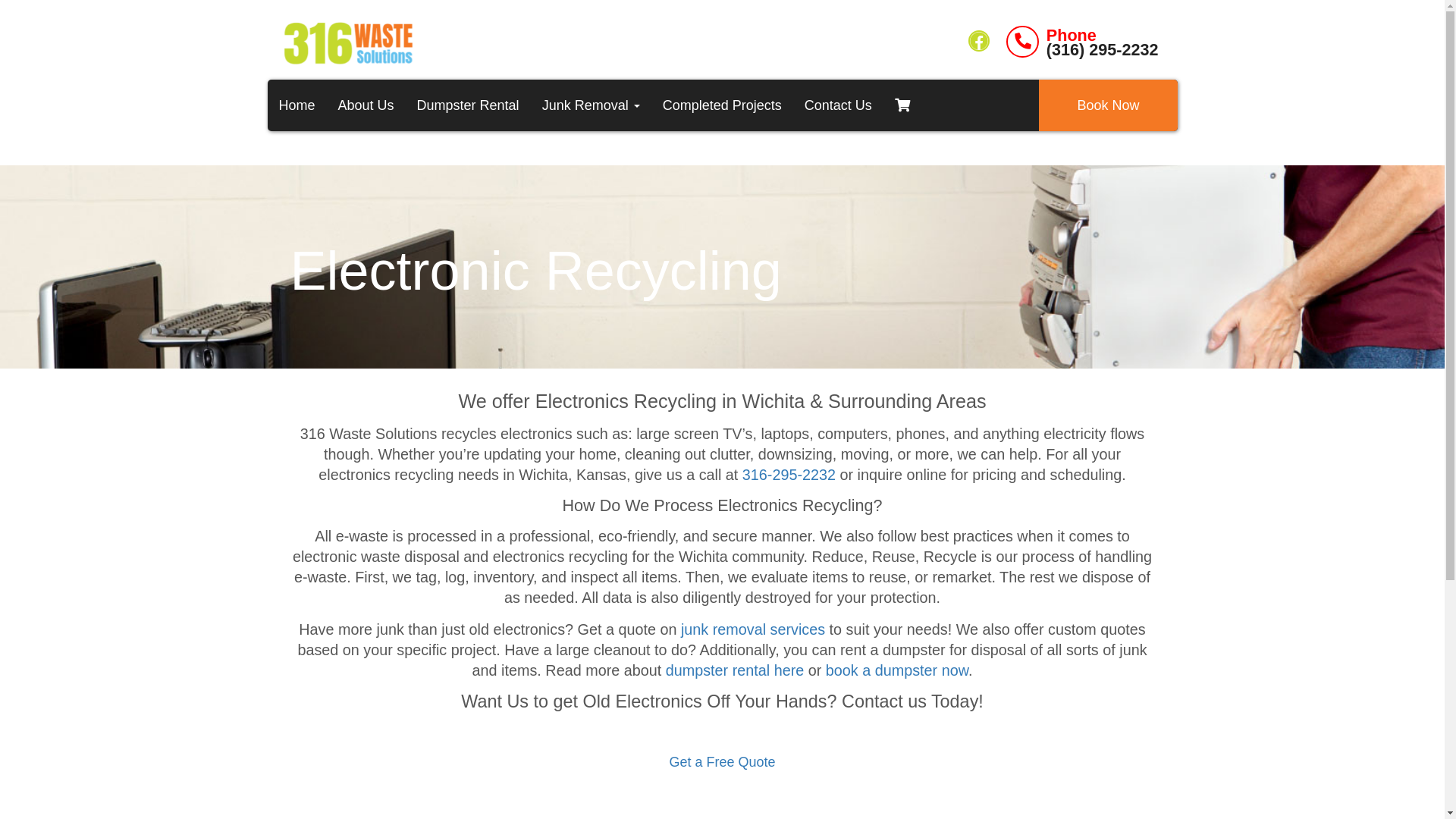  Describe the element at coordinates (789, 473) in the screenshot. I see `'316-295-2232'` at that location.